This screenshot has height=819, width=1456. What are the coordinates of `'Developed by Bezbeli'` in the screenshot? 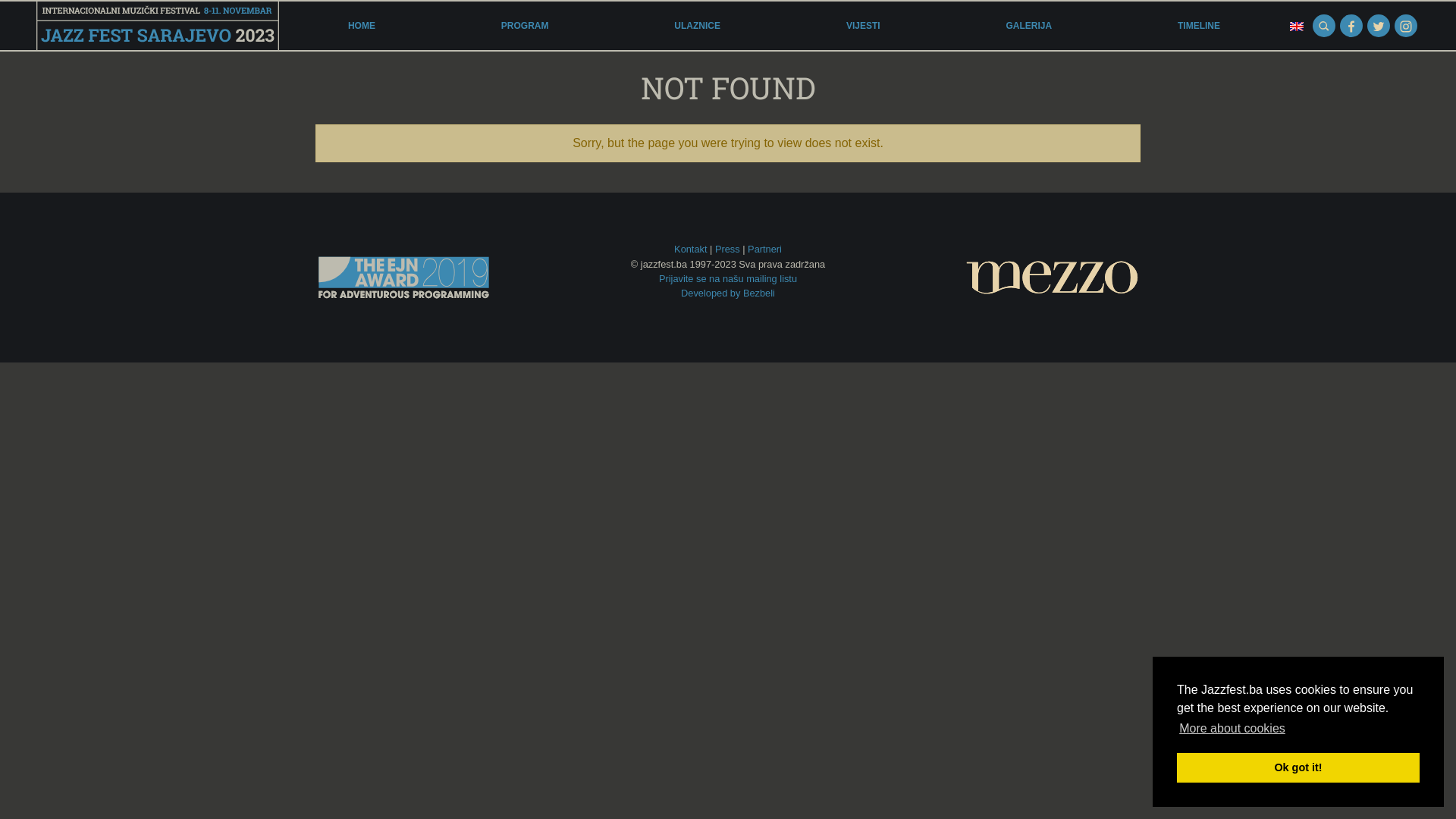 It's located at (728, 293).